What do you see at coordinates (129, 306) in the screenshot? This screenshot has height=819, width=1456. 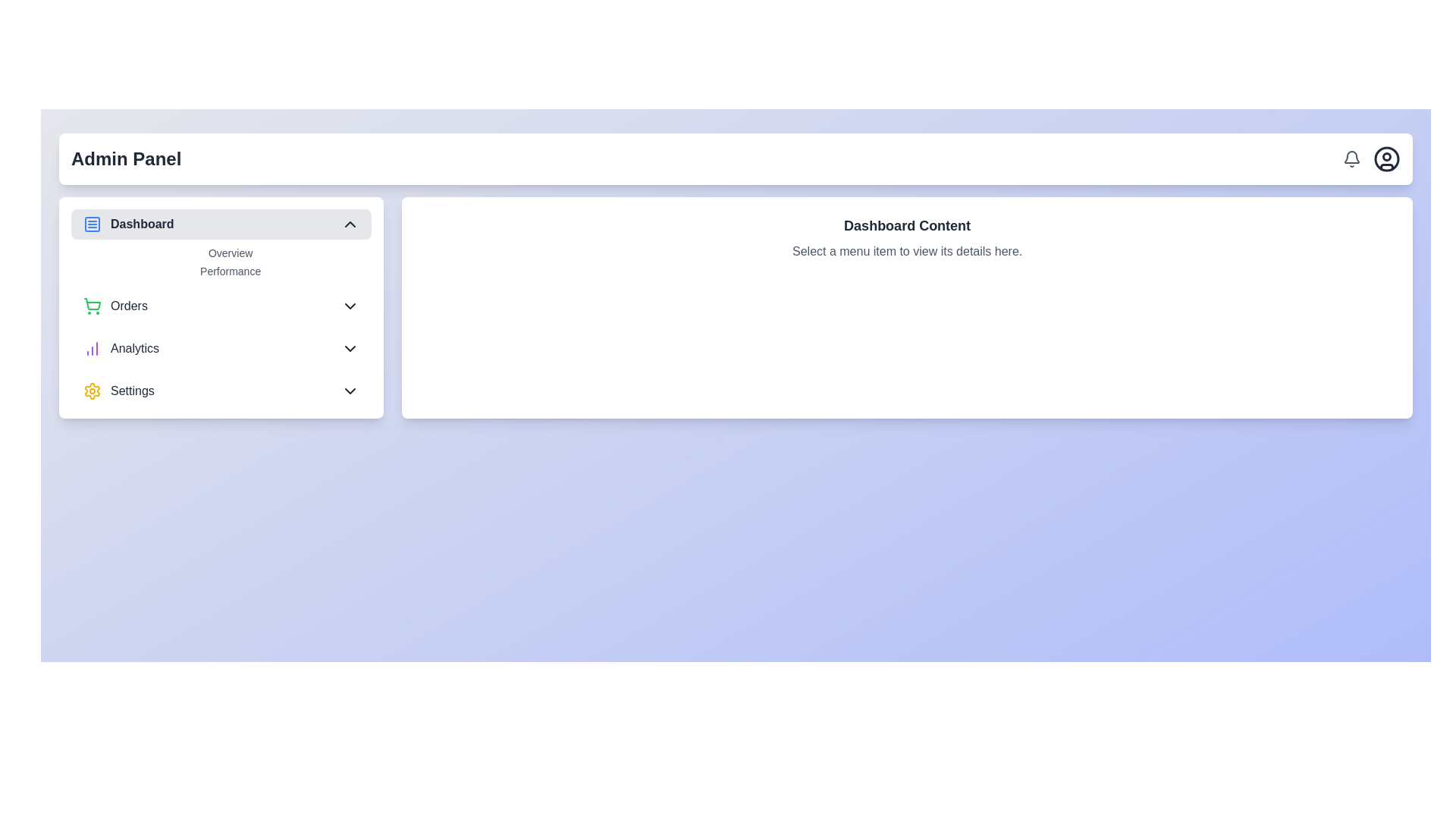 I see `the 'Orders' text label in the left-side menu under the 'Dashboard' section` at bounding box center [129, 306].